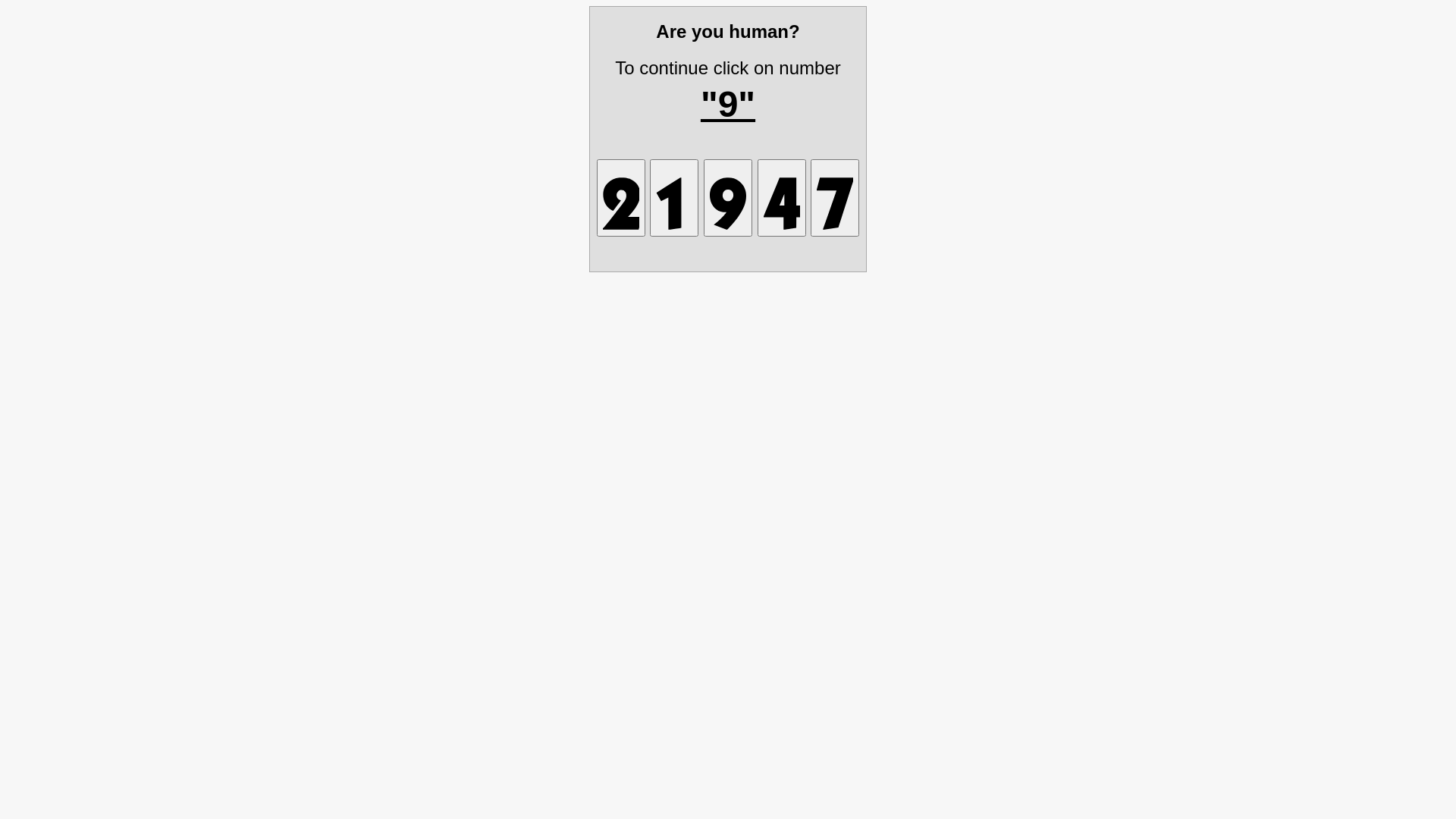  I want to click on '1732443118996559', so click(782, 197).